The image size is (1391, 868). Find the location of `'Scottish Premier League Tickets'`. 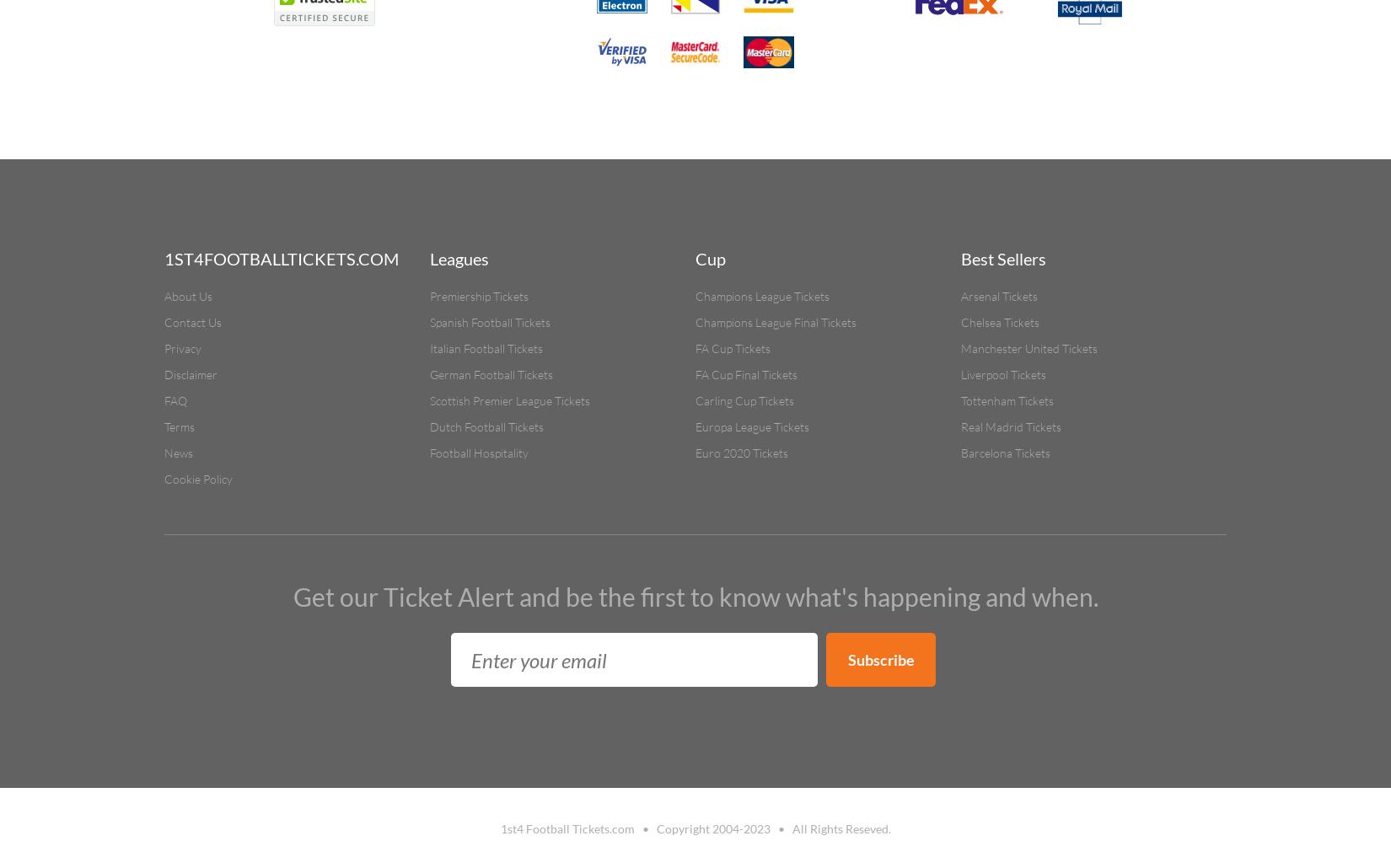

'Scottish Premier League Tickets' is located at coordinates (509, 399).